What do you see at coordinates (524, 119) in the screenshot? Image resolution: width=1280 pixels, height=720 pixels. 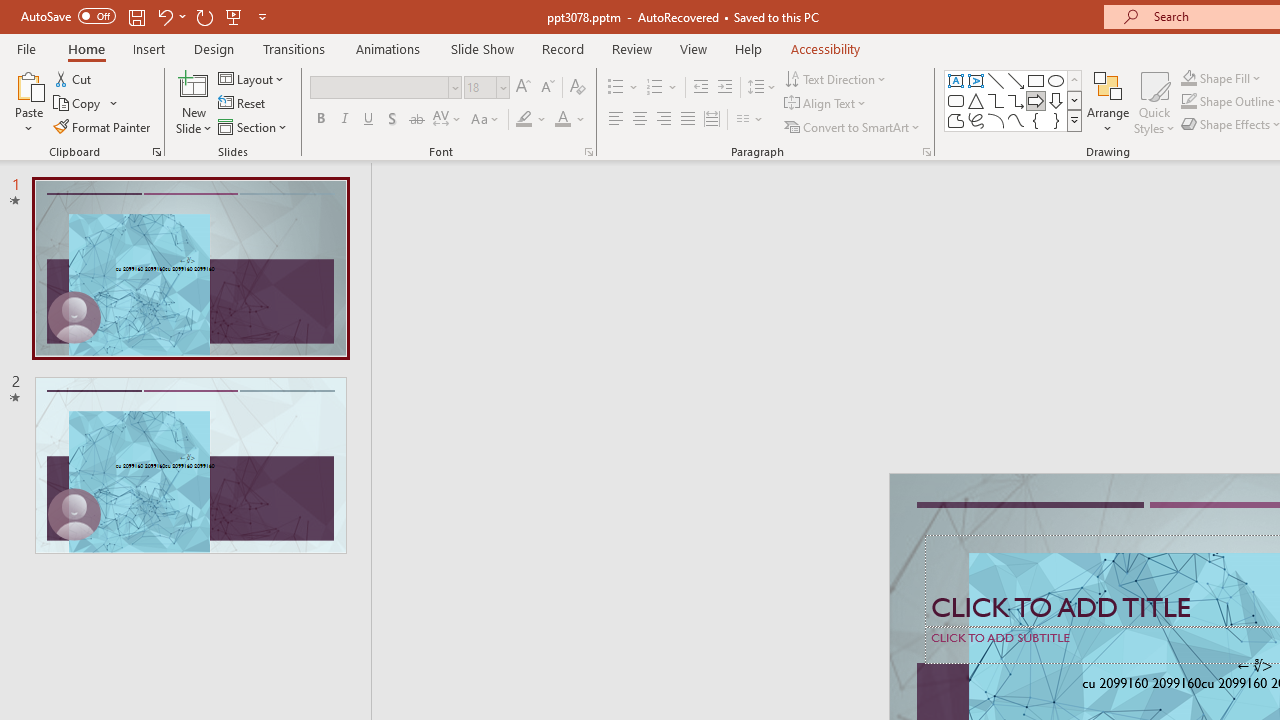 I see `'Text Highlight Color Yellow'` at bounding box center [524, 119].